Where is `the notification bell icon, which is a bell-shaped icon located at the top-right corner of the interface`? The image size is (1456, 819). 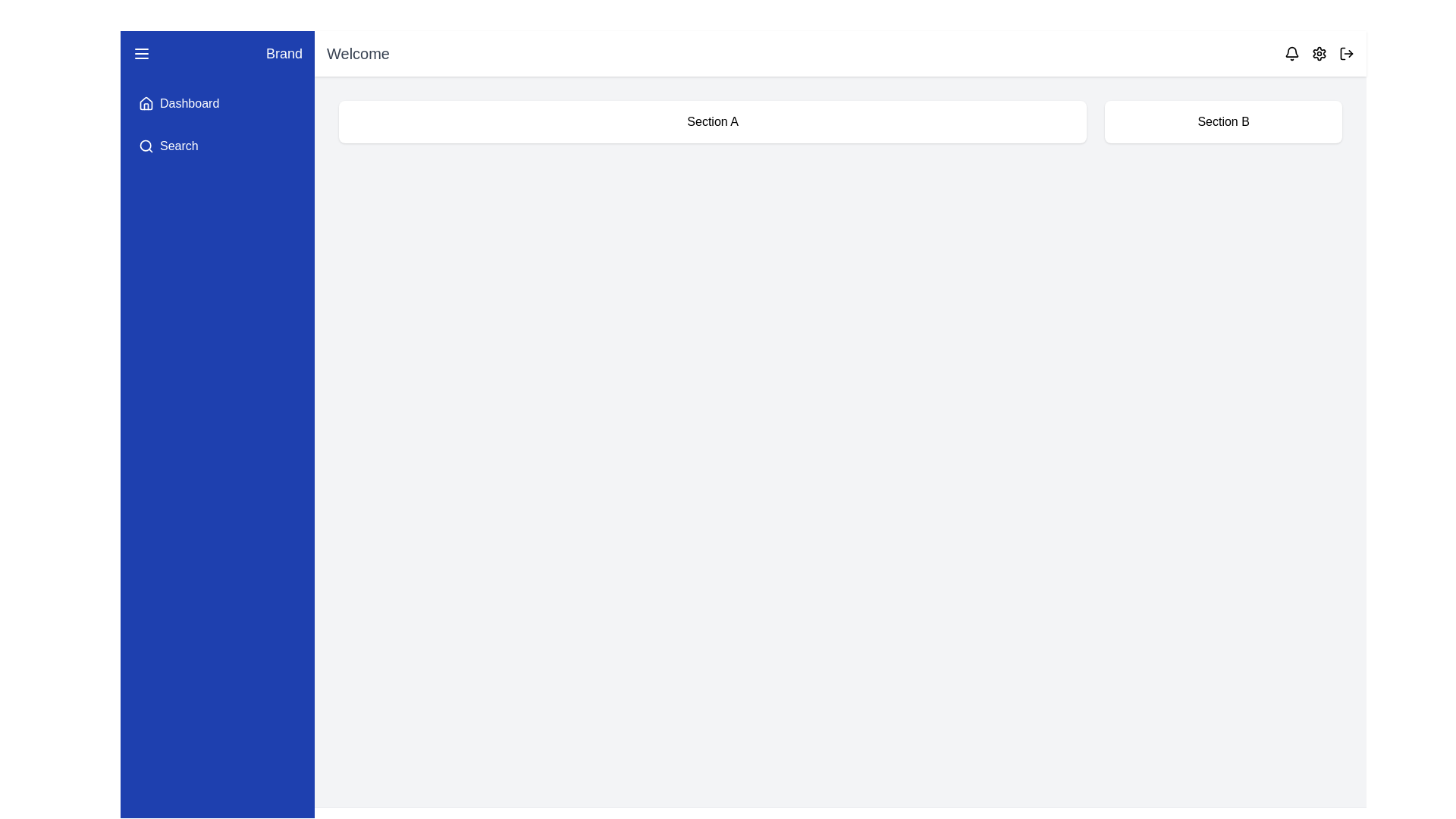 the notification bell icon, which is a bell-shaped icon located at the top-right corner of the interface is located at coordinates (1291, 52).